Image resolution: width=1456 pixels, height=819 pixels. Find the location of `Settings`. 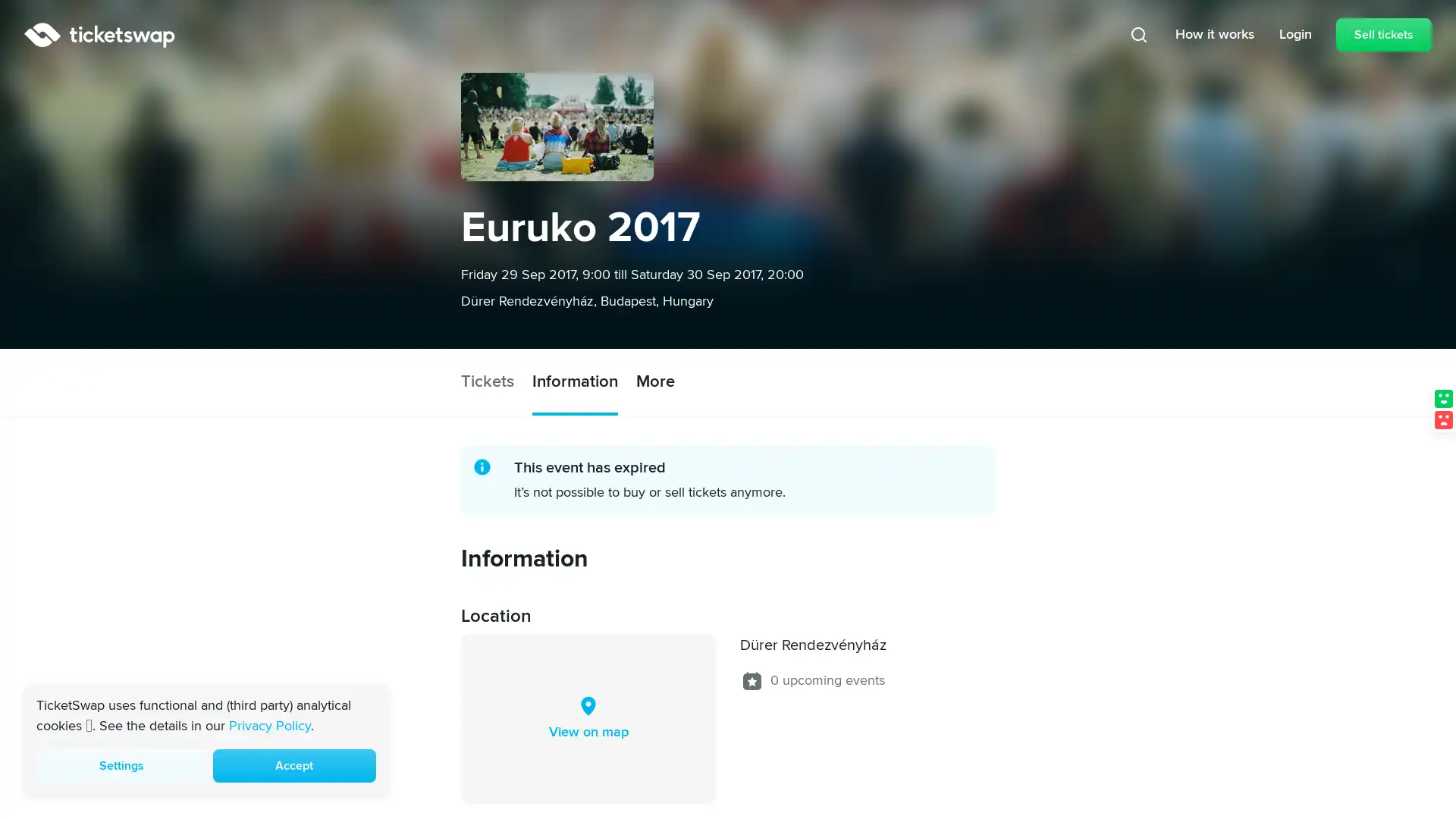

Settings is located at coordinates (120, 766).